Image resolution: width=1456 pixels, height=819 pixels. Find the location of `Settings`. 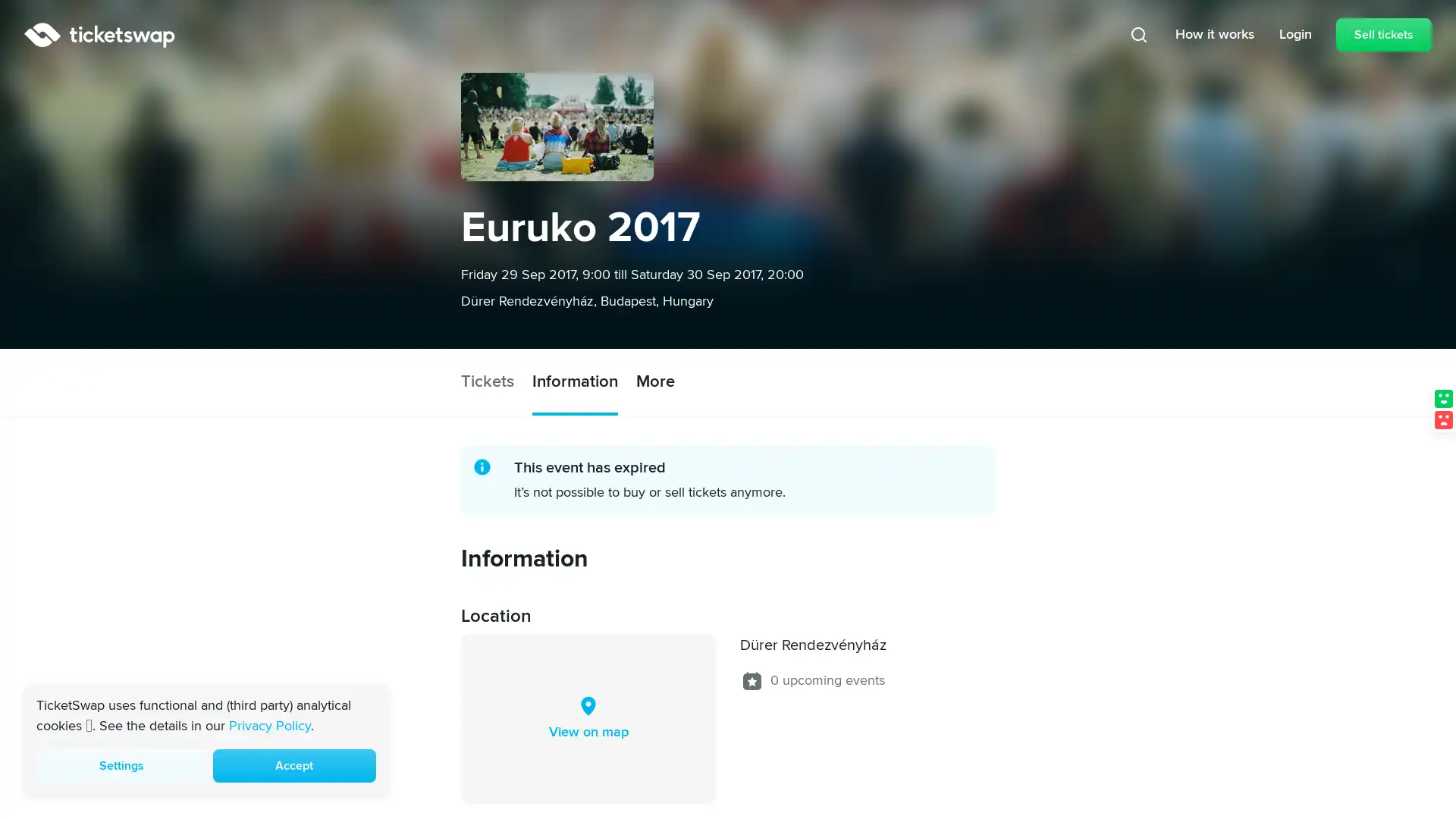

Settings is located at coordinates (120, 766).